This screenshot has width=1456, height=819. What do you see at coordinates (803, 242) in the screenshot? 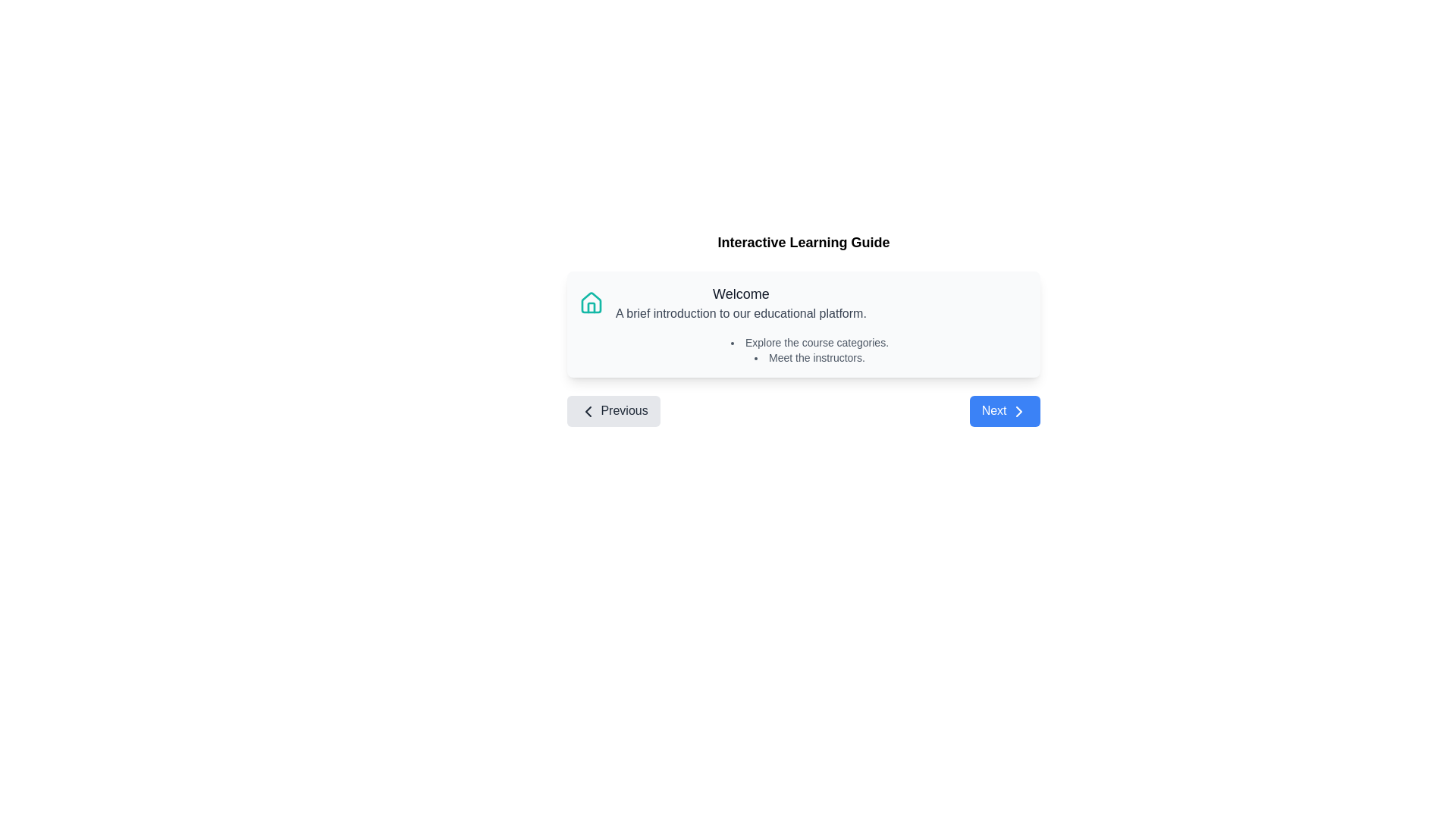
I see `text header that displays 'Interactive Learning Guide', which is a bold, large font centered at the top of the main content section` at bounding box center [803, 242].